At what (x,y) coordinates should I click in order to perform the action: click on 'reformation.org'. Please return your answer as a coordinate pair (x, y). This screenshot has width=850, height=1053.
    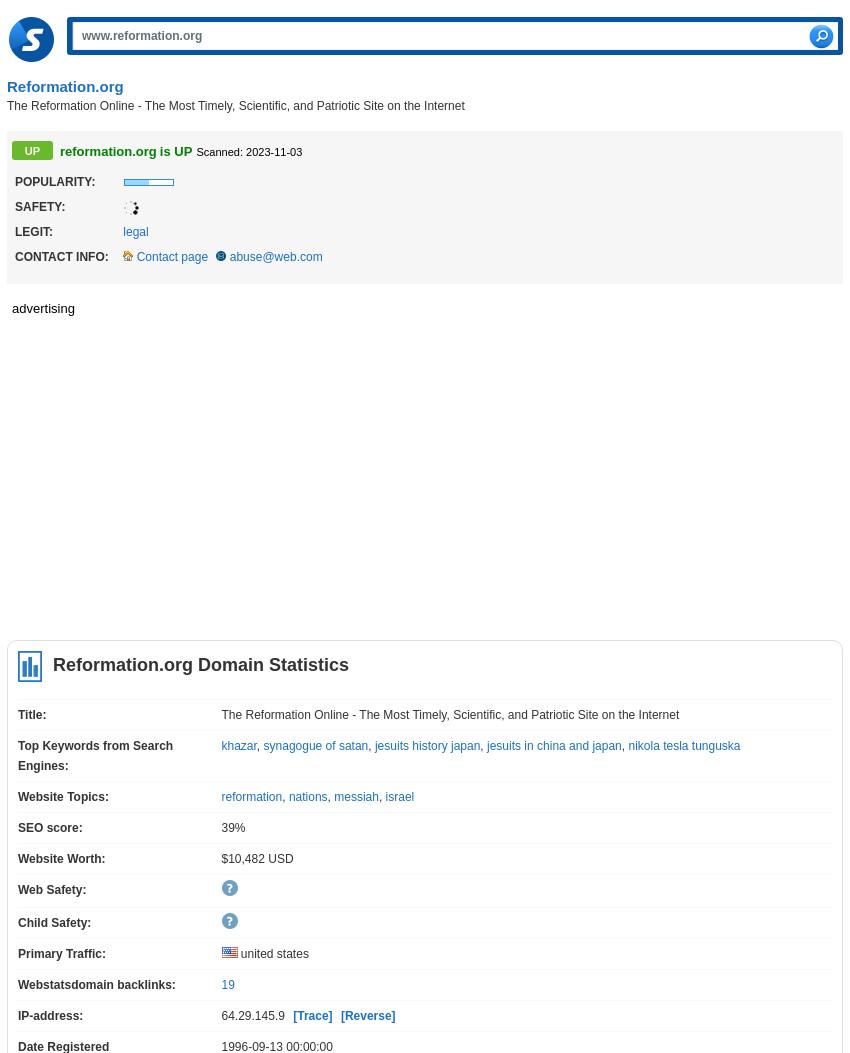
    Looking at the image, I should click on (60, 150).